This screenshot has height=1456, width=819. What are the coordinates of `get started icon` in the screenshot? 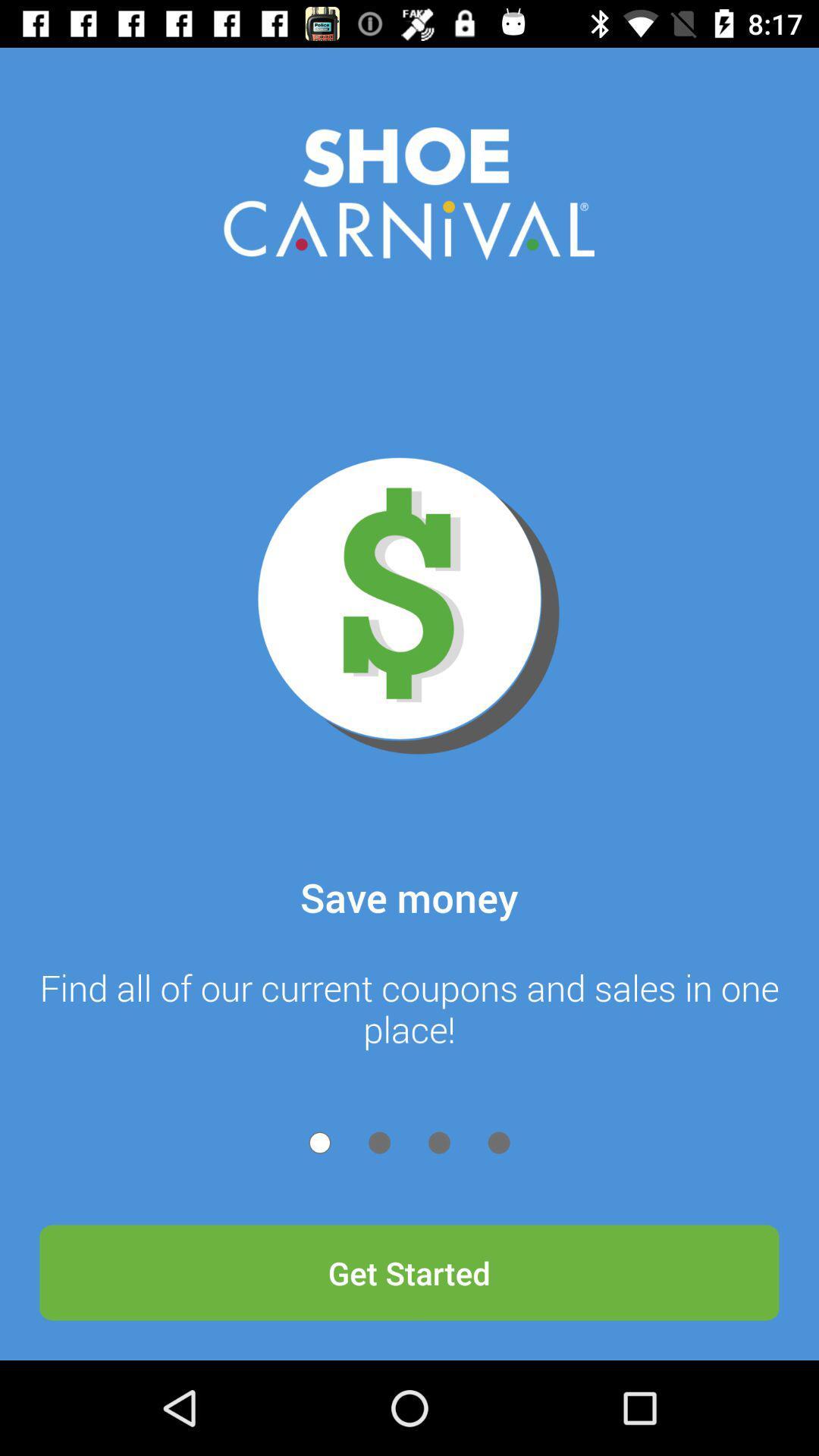 It's located at (409, 1272).